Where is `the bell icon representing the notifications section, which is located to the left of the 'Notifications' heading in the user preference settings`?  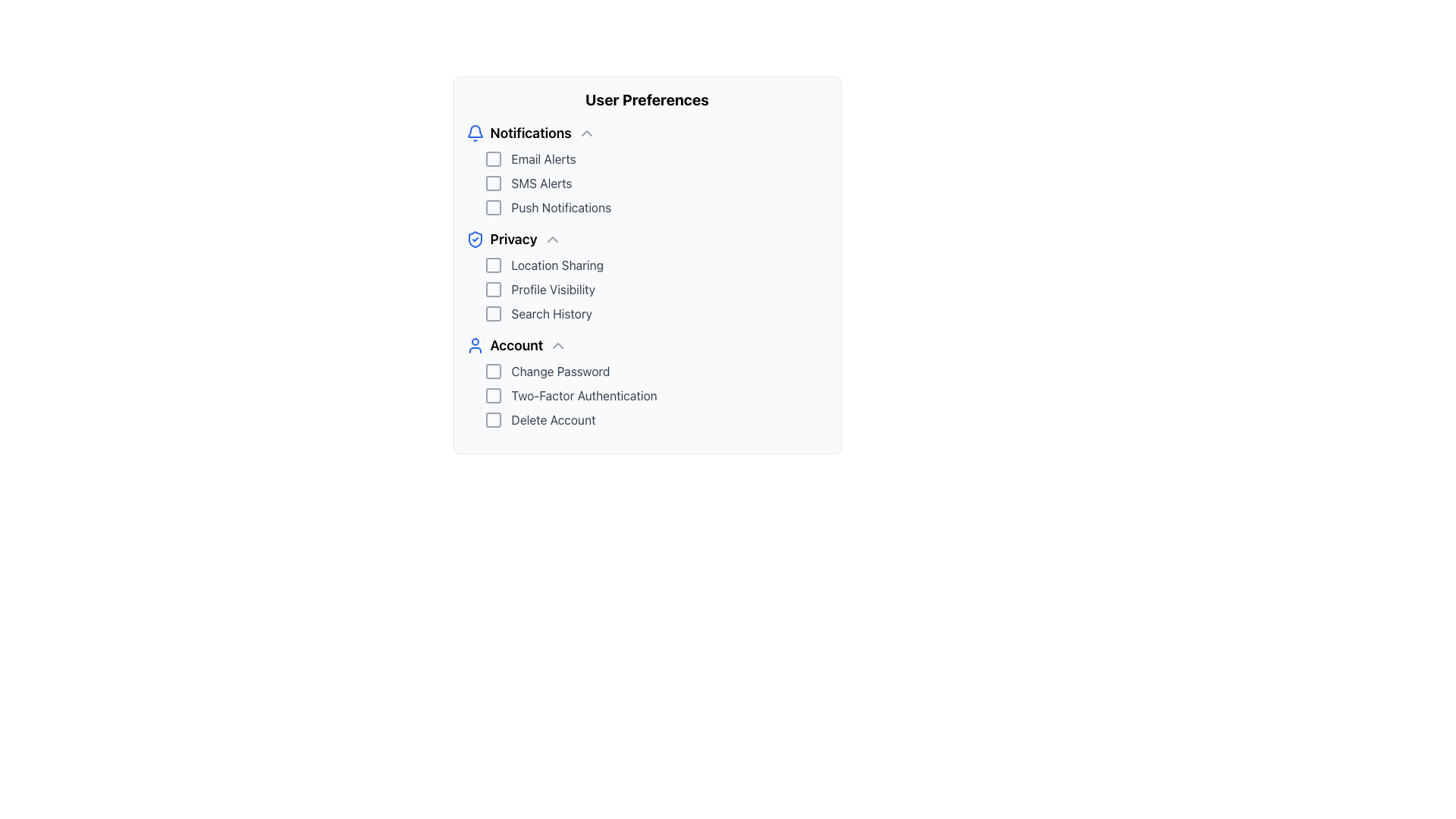 the bell icon representing the notifications section, which is located to the left of the 'Notifications' heading in the user preference settings is located at coordinates (474, 130).